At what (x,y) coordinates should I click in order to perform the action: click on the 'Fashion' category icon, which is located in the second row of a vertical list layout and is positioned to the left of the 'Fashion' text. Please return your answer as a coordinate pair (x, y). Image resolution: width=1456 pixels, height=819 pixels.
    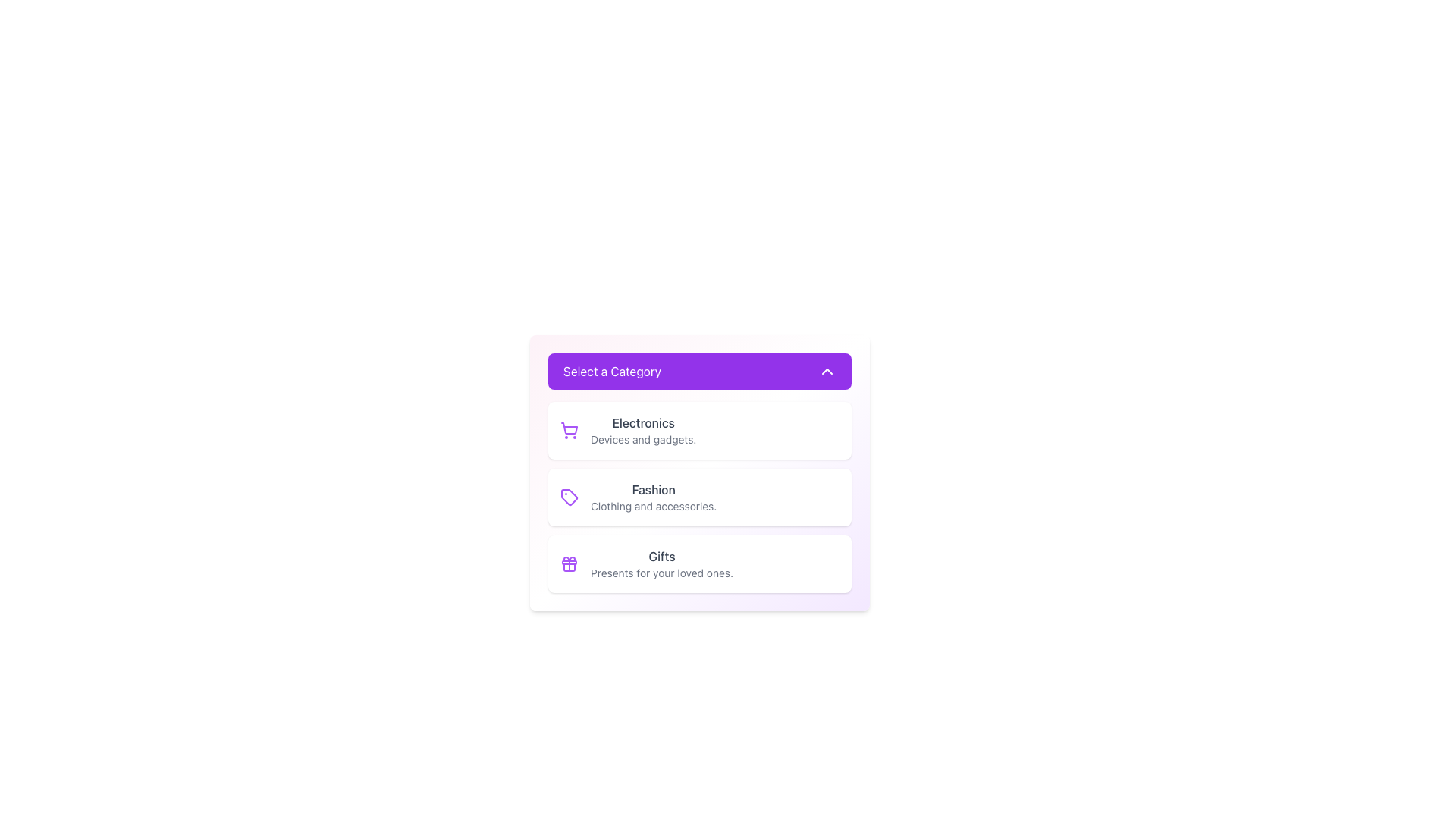
    Looking at the image, I should click on (568, 497).